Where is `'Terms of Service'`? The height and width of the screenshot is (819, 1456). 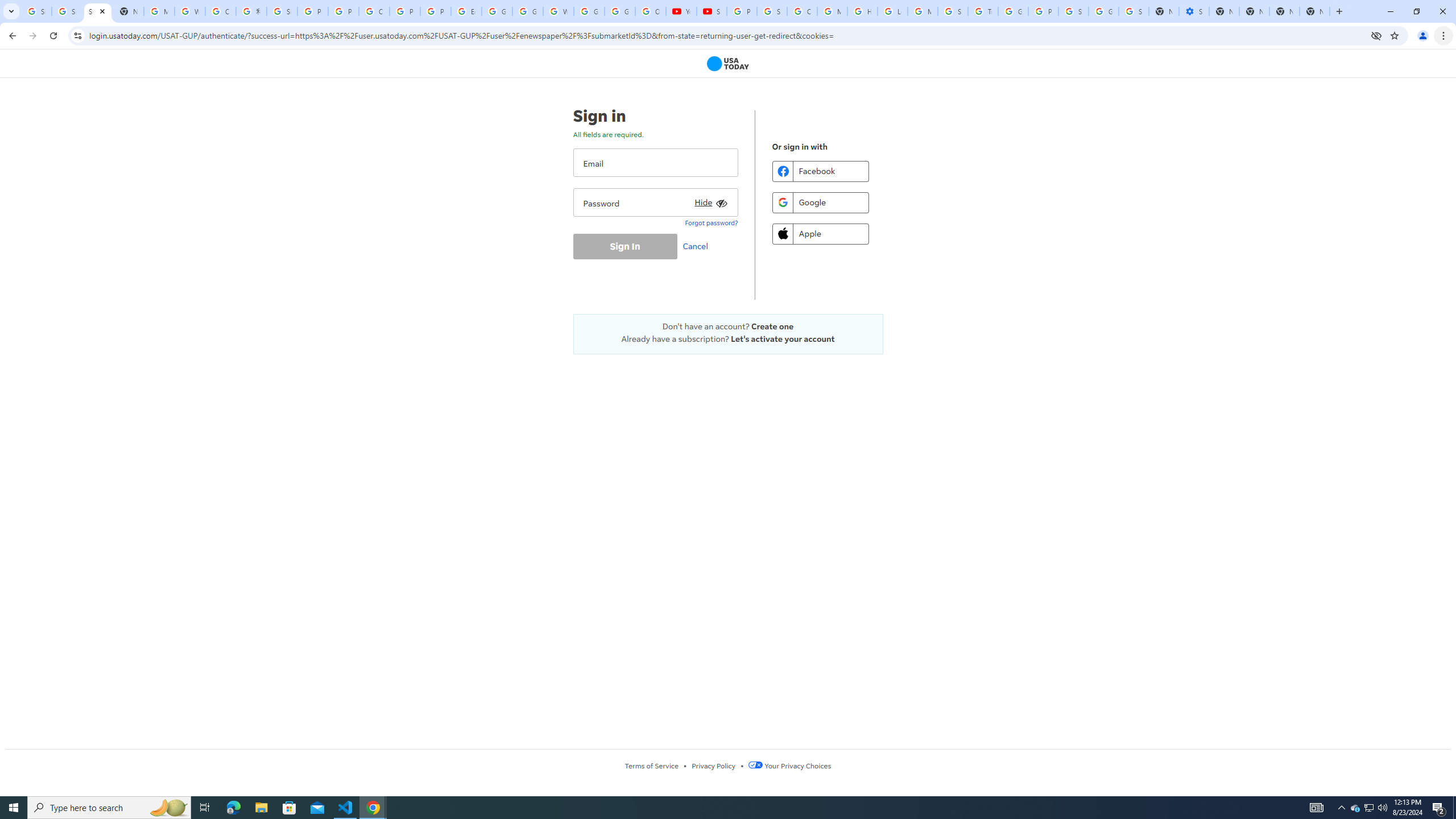
'Terms of Service' is located at coordinates (651, 765).